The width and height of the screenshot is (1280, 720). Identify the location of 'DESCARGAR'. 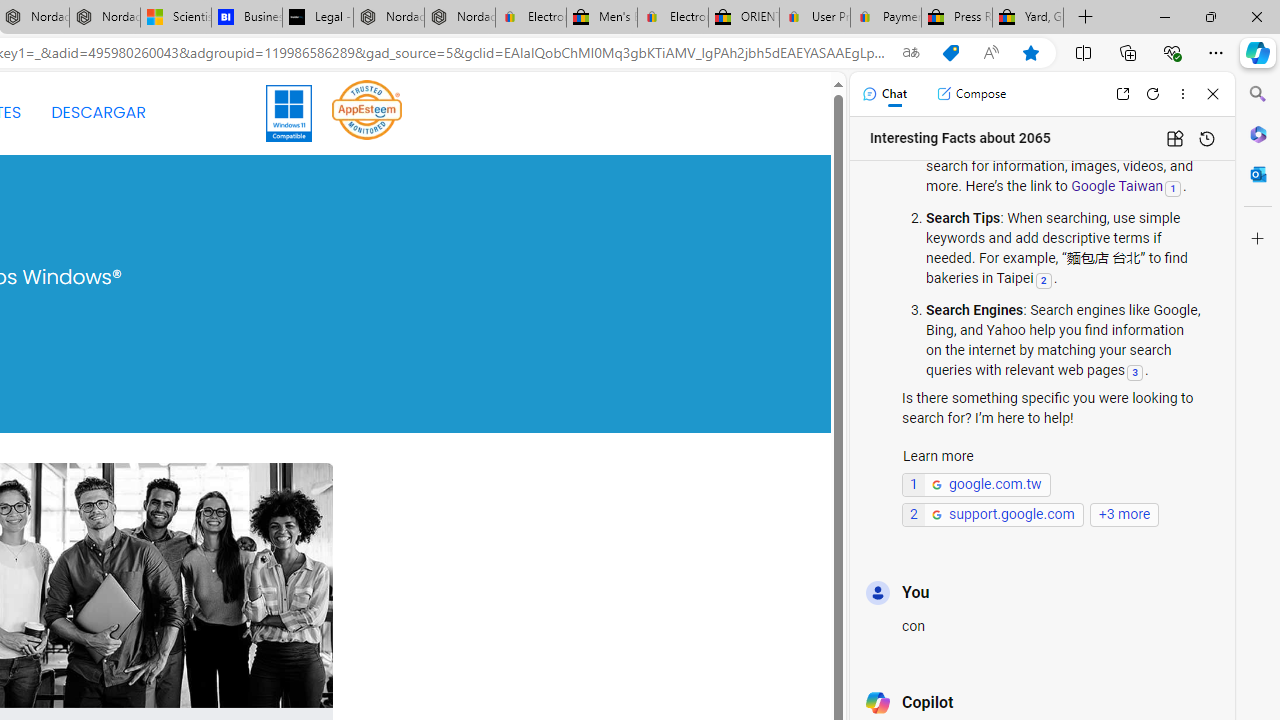
(97, 113).